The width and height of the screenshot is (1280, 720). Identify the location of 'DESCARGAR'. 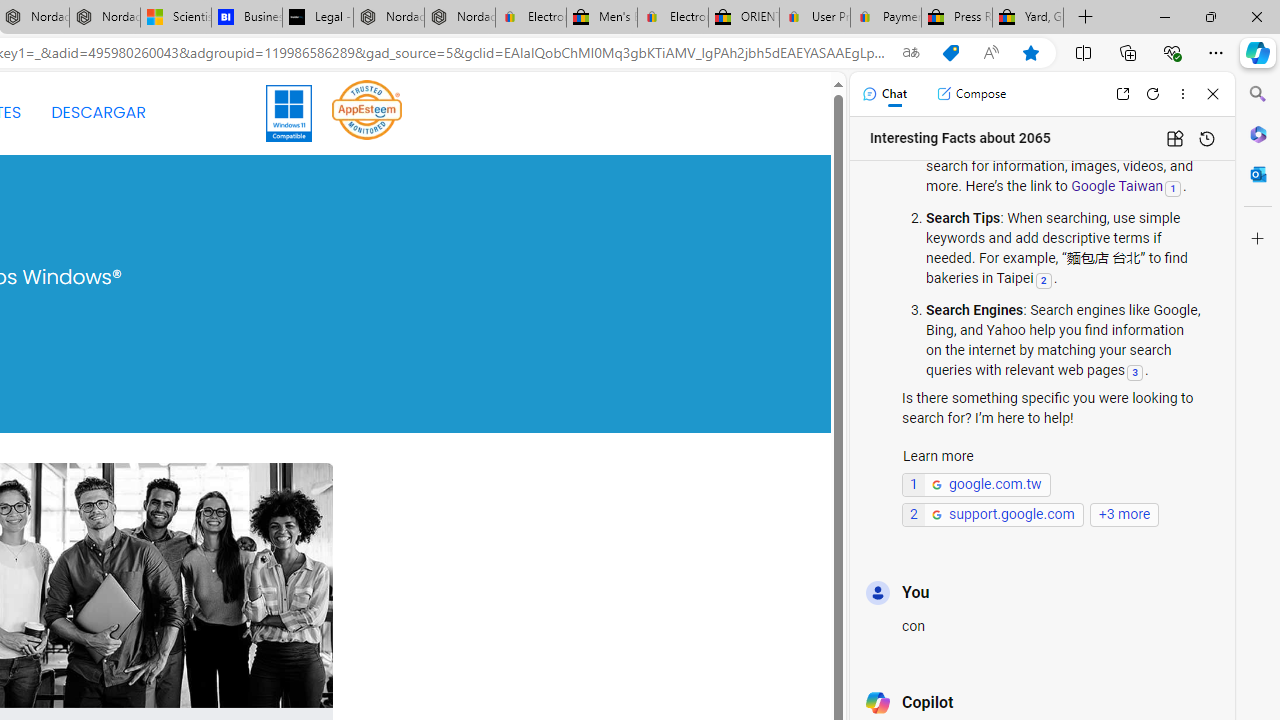
(97, 113).